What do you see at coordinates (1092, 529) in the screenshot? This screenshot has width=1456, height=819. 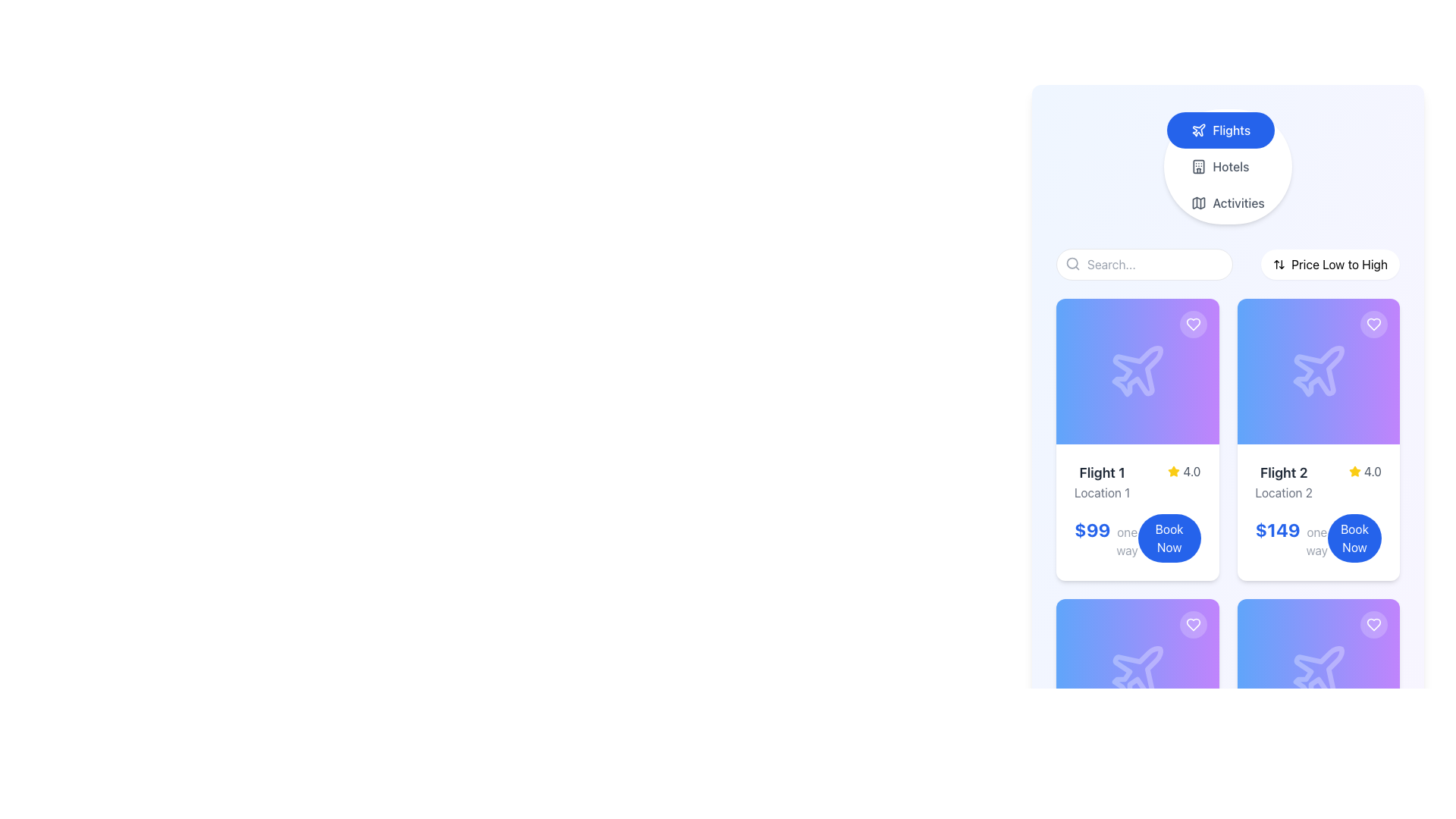 I see `the prominently styled text displaying '$99' in bold blue font, located on the top left of the 'Flight 1' card, to emphasize its importance as a label` at bounding box center [1092, 529].